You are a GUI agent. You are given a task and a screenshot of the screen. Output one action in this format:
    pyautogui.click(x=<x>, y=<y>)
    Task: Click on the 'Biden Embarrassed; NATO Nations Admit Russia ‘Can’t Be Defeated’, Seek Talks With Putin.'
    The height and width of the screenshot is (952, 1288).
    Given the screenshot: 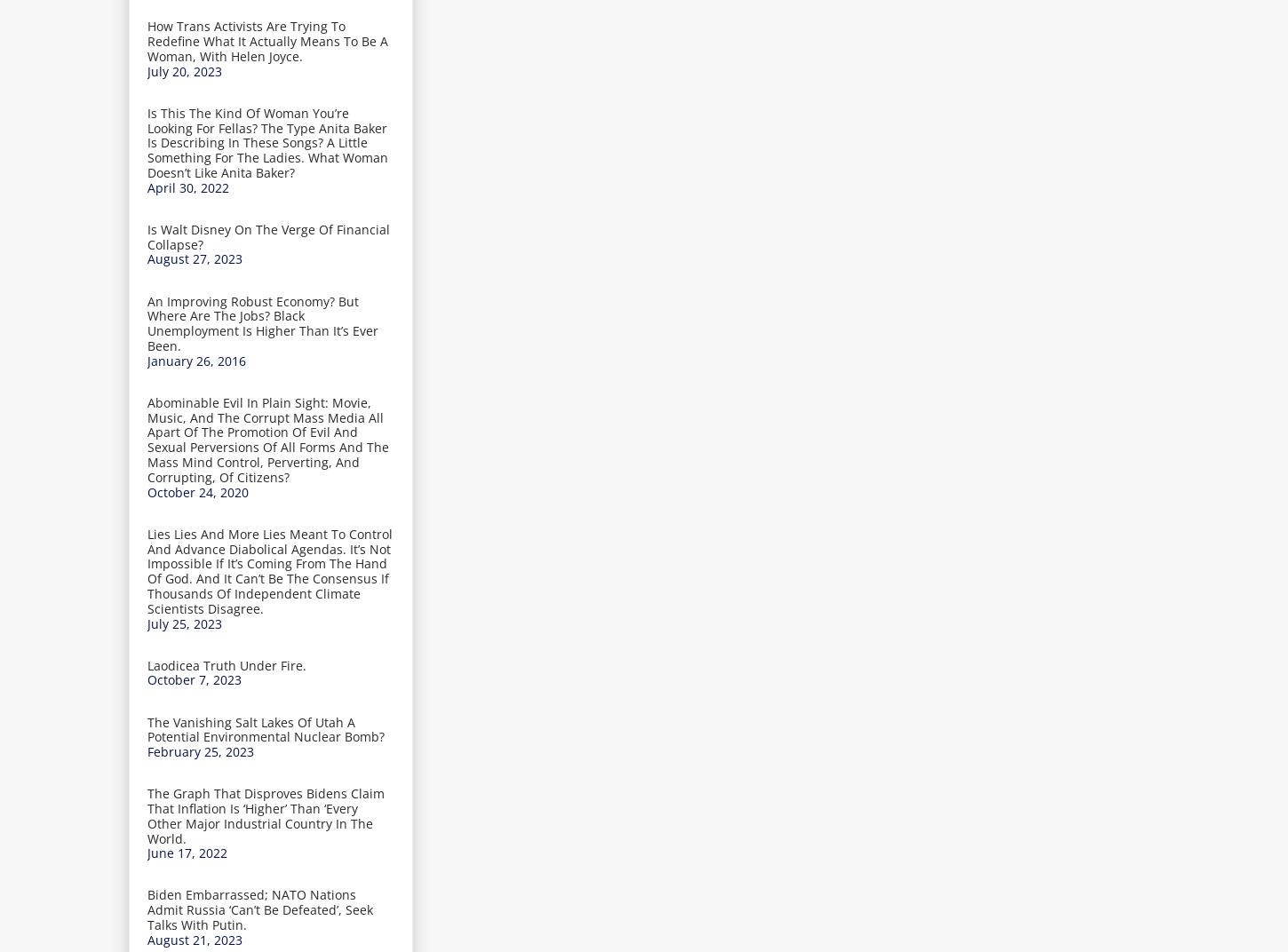 What is the action you would take?
    pyautogui.click(x=260, y=909)
    